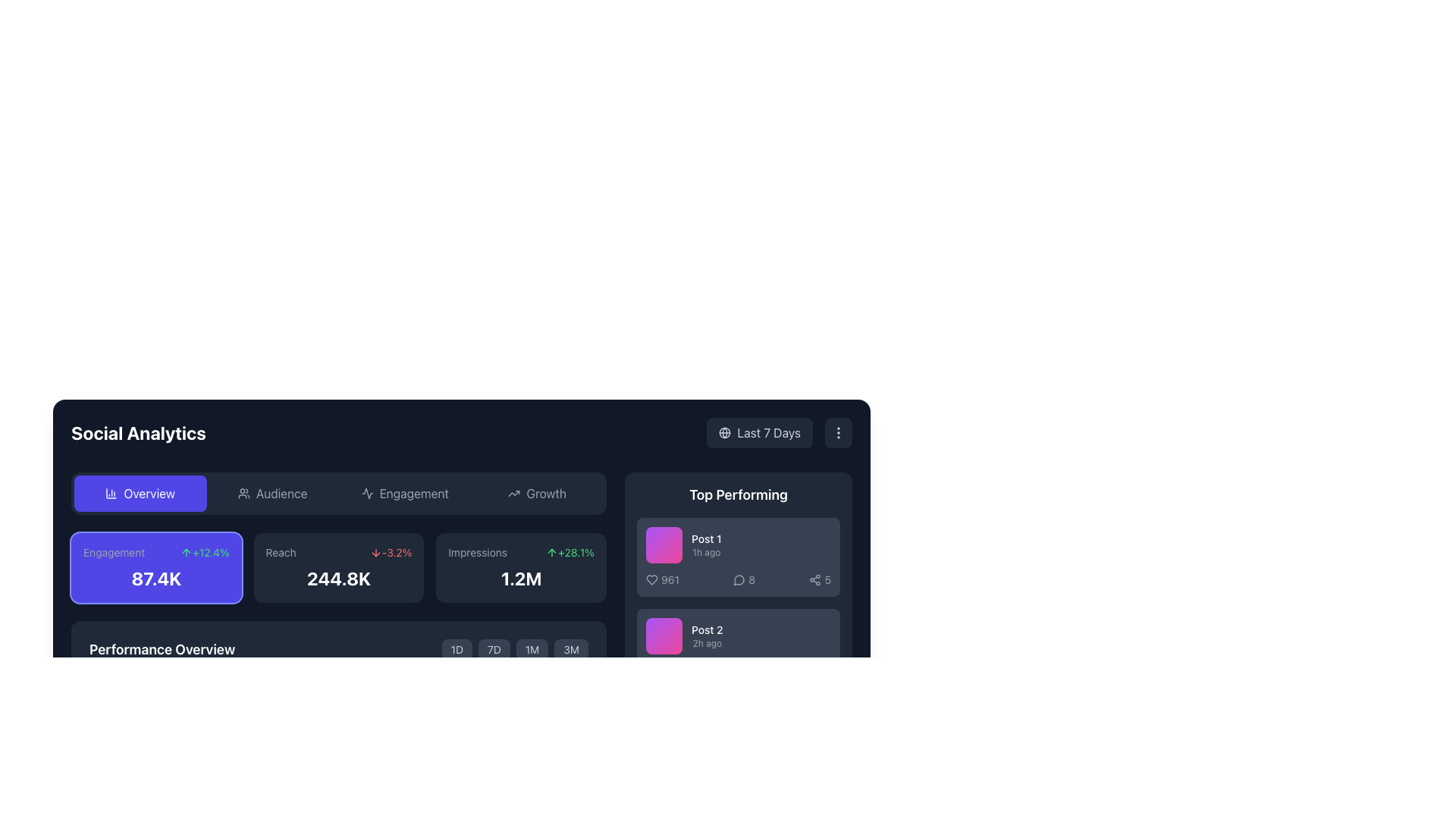 This screenshot has height=819, width=1456. Describe the element at coordinates (662, 579) in the screenshot. I see `the heart-shaped icon with text label '961' located in the 'Top Performing' section beneath 'Post 1'` at that location.